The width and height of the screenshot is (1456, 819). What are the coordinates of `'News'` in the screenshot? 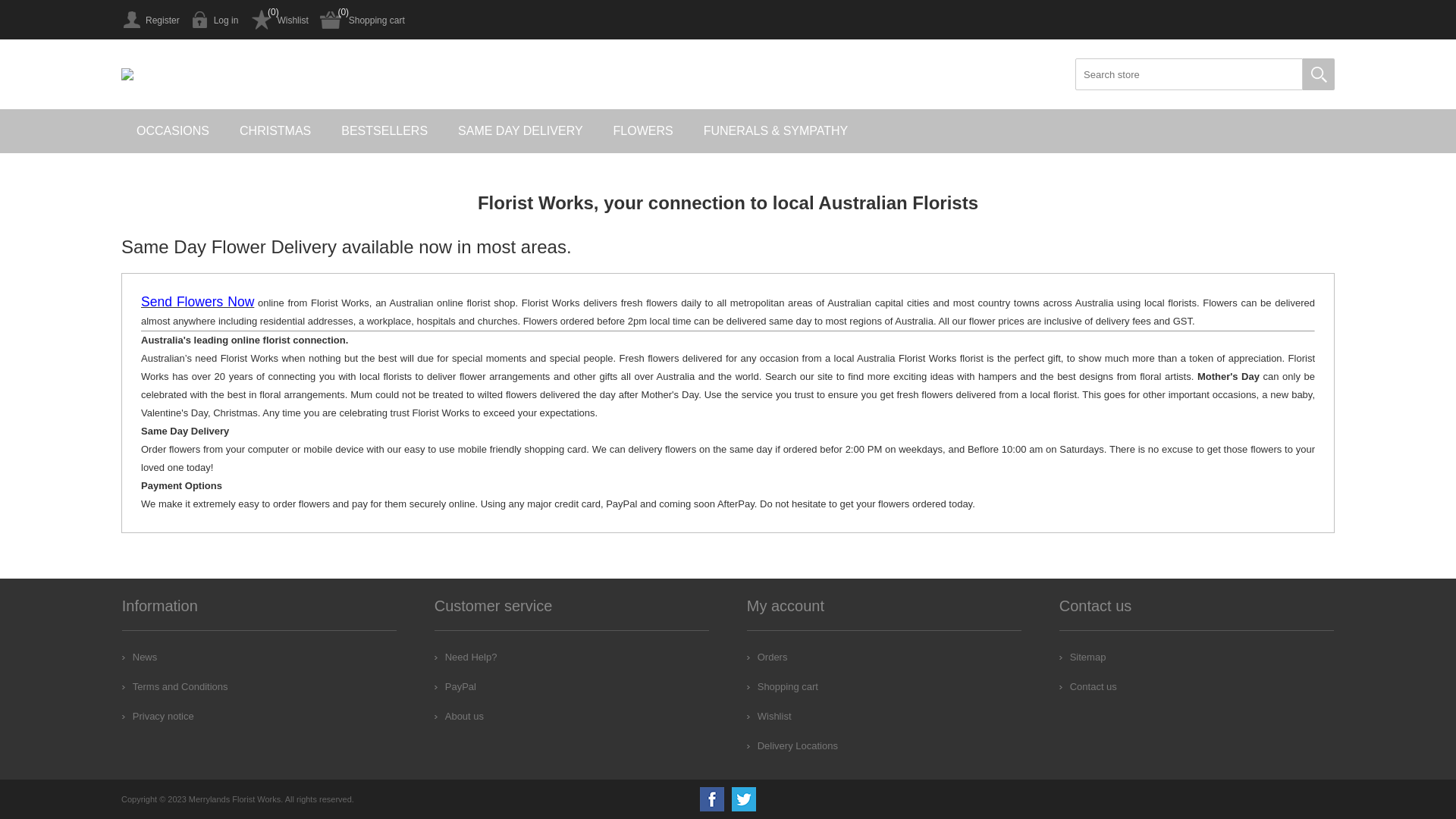 It's located at (122, 656).